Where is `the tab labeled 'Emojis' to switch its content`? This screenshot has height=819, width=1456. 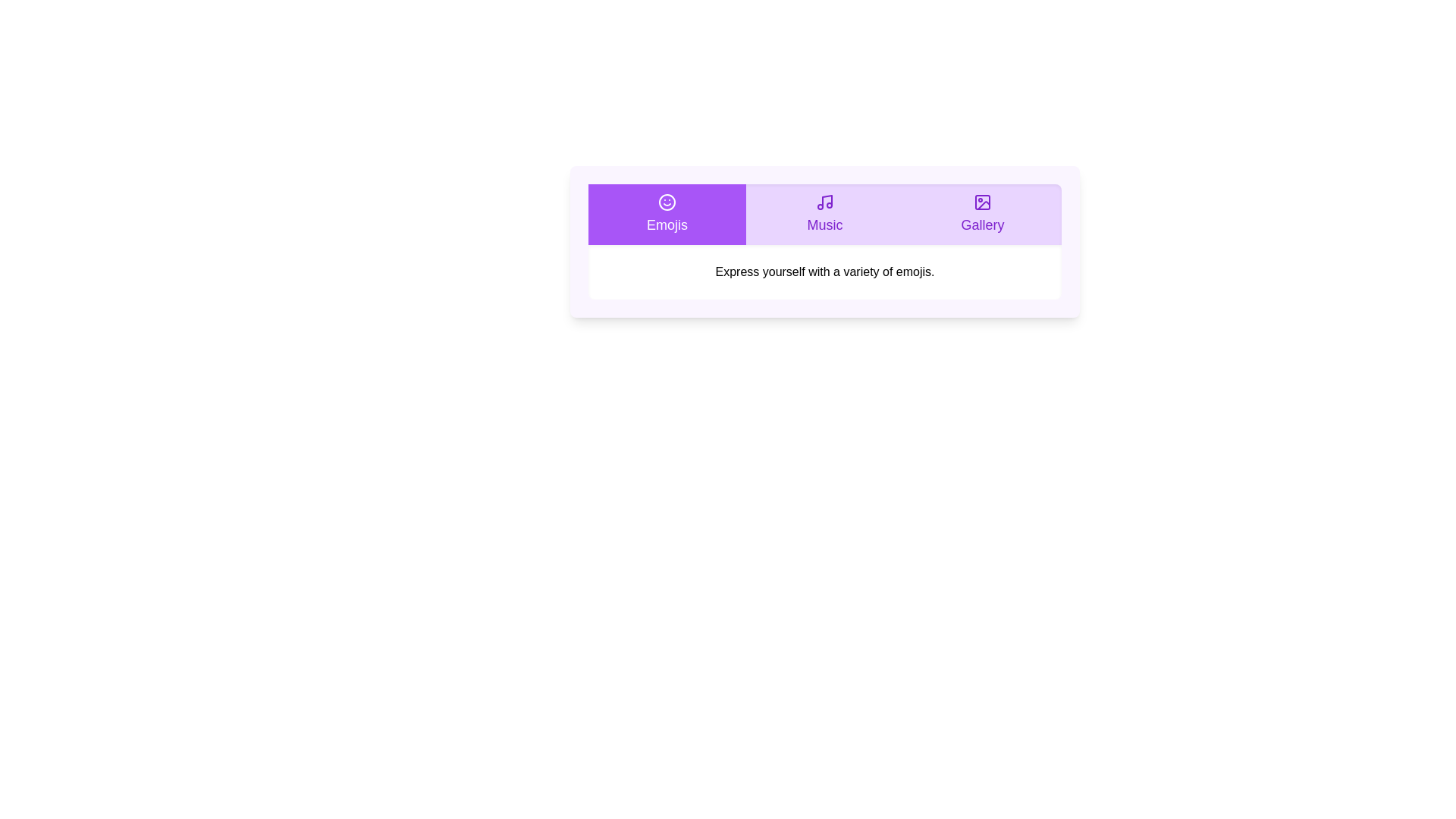 the tab labeled 'Emojis' to switch its content is located at coordinates (667, 214).